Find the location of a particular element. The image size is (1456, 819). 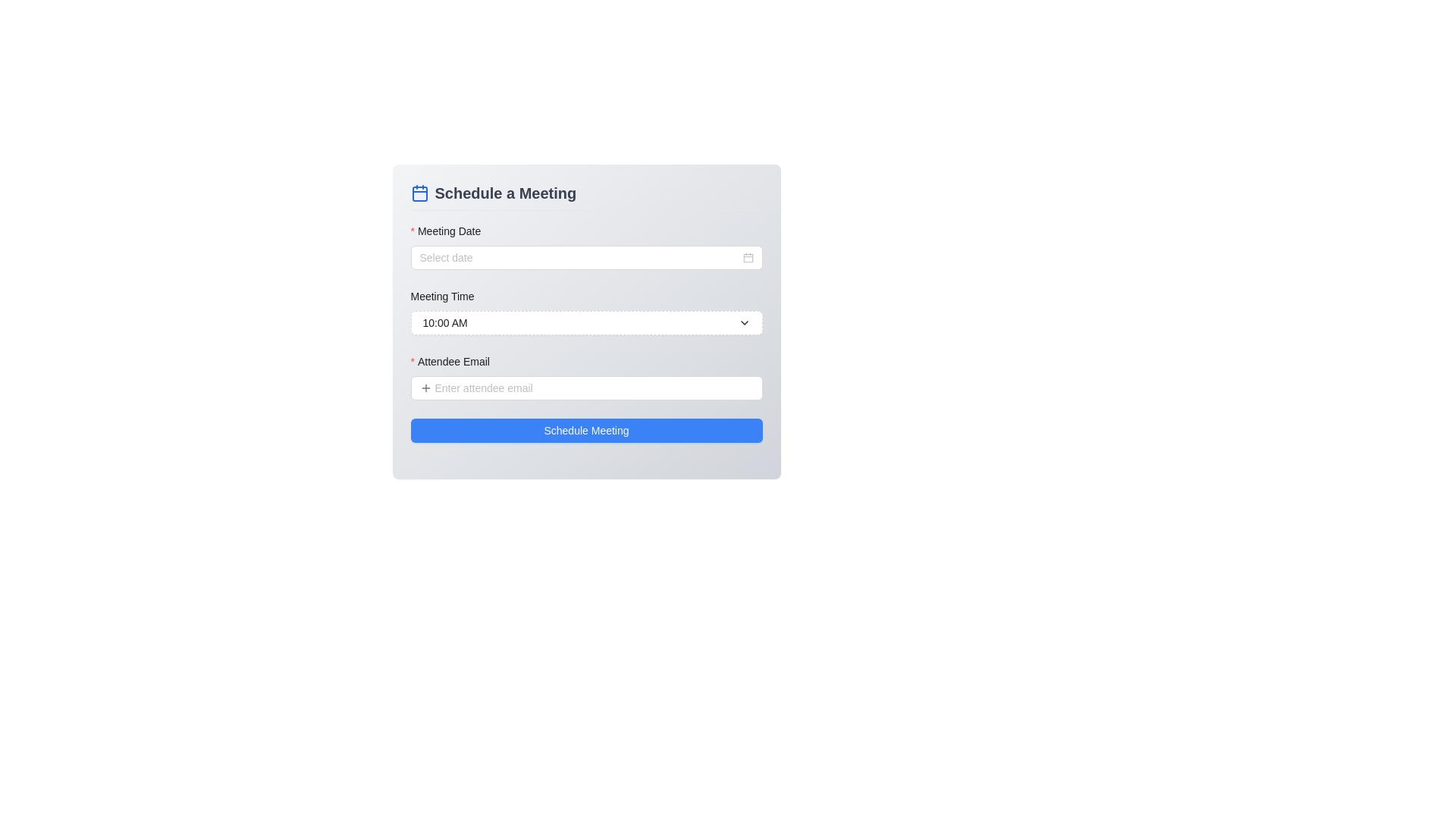

the 'Meeting Time' dropdown time picker input field by tabbing to it is located at coordinates (585, 311).